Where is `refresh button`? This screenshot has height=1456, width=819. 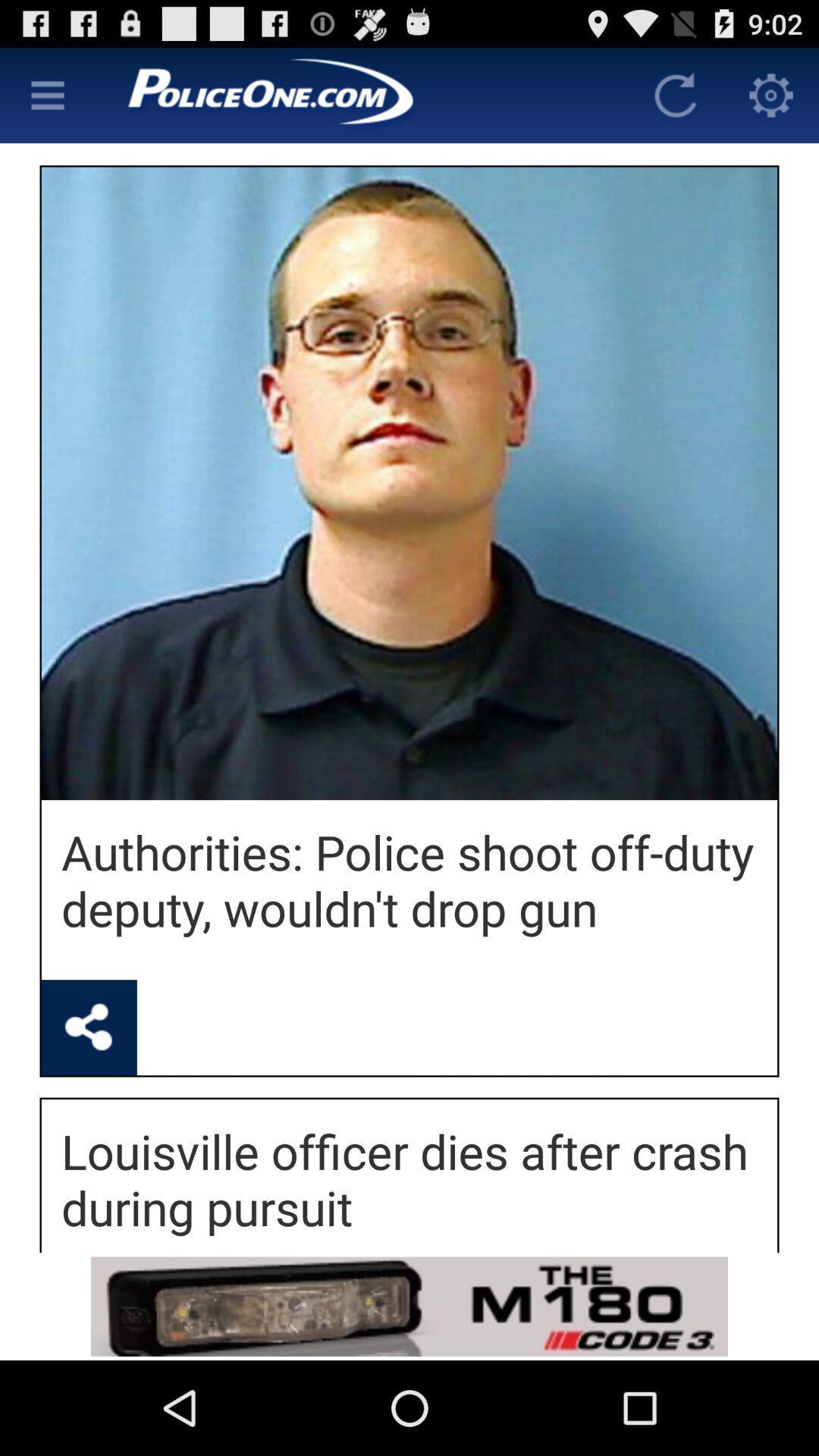
refresh button is located at coordinates (675, 94).